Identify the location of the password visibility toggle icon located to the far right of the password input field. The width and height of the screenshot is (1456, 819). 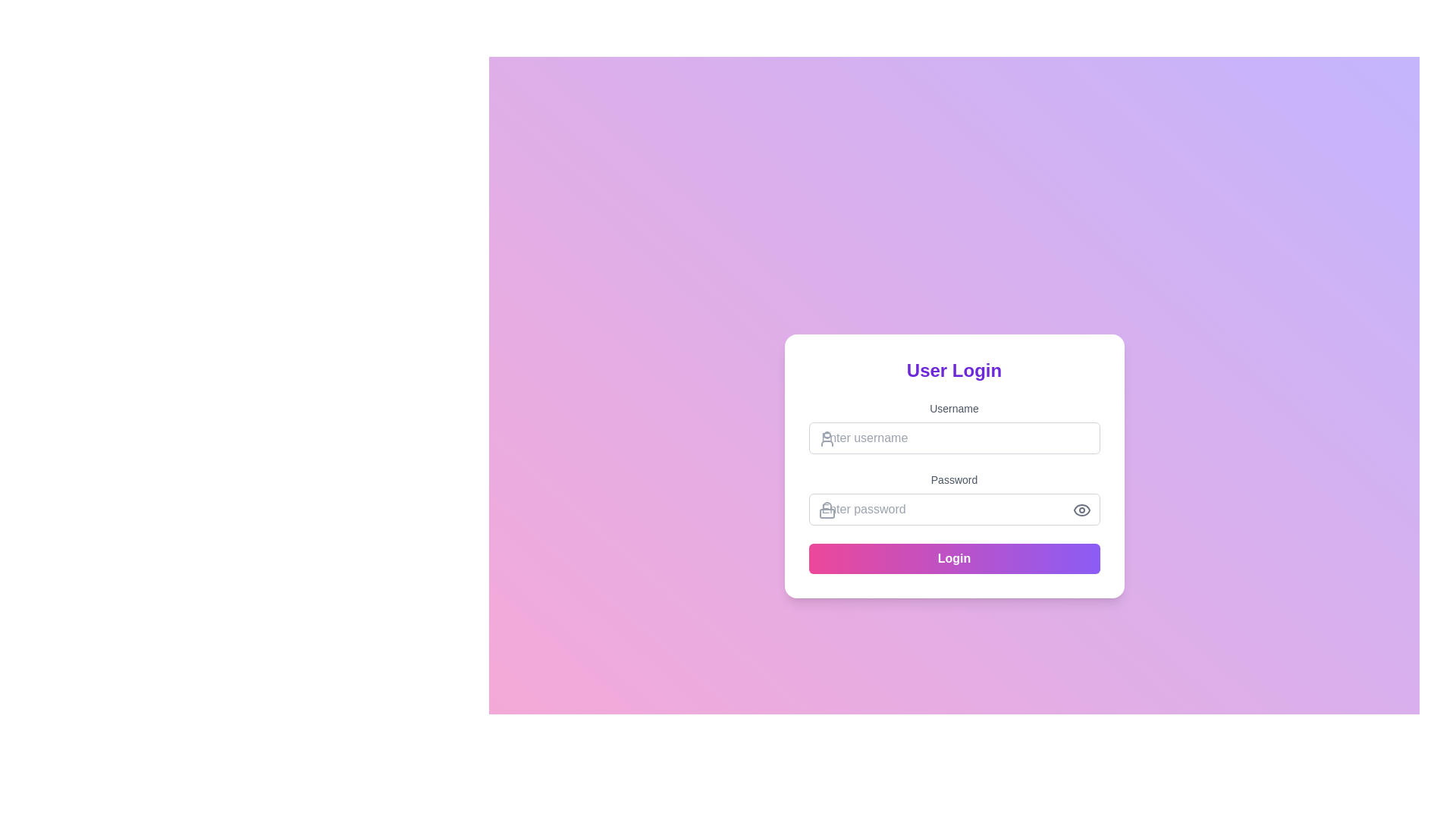
(1081, 510).